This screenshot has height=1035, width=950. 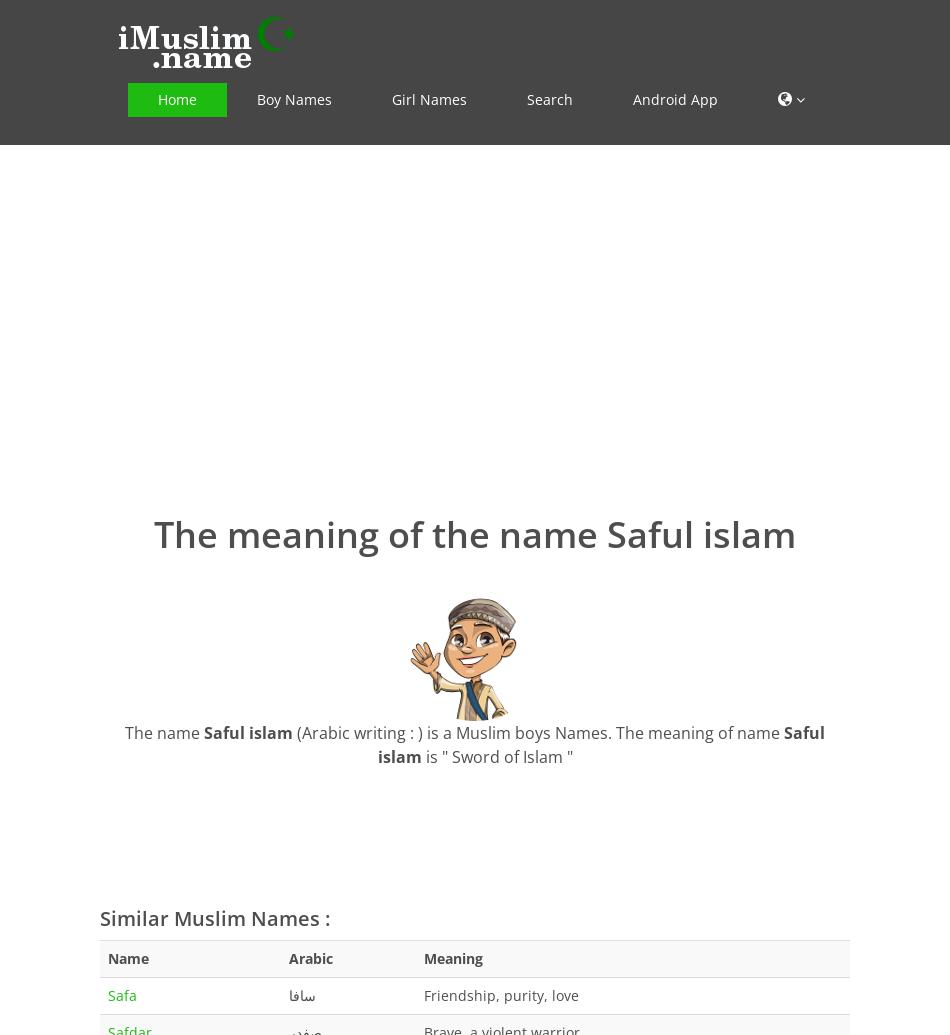 I want to click on 'Girl Names', so click(x=390, y=99).